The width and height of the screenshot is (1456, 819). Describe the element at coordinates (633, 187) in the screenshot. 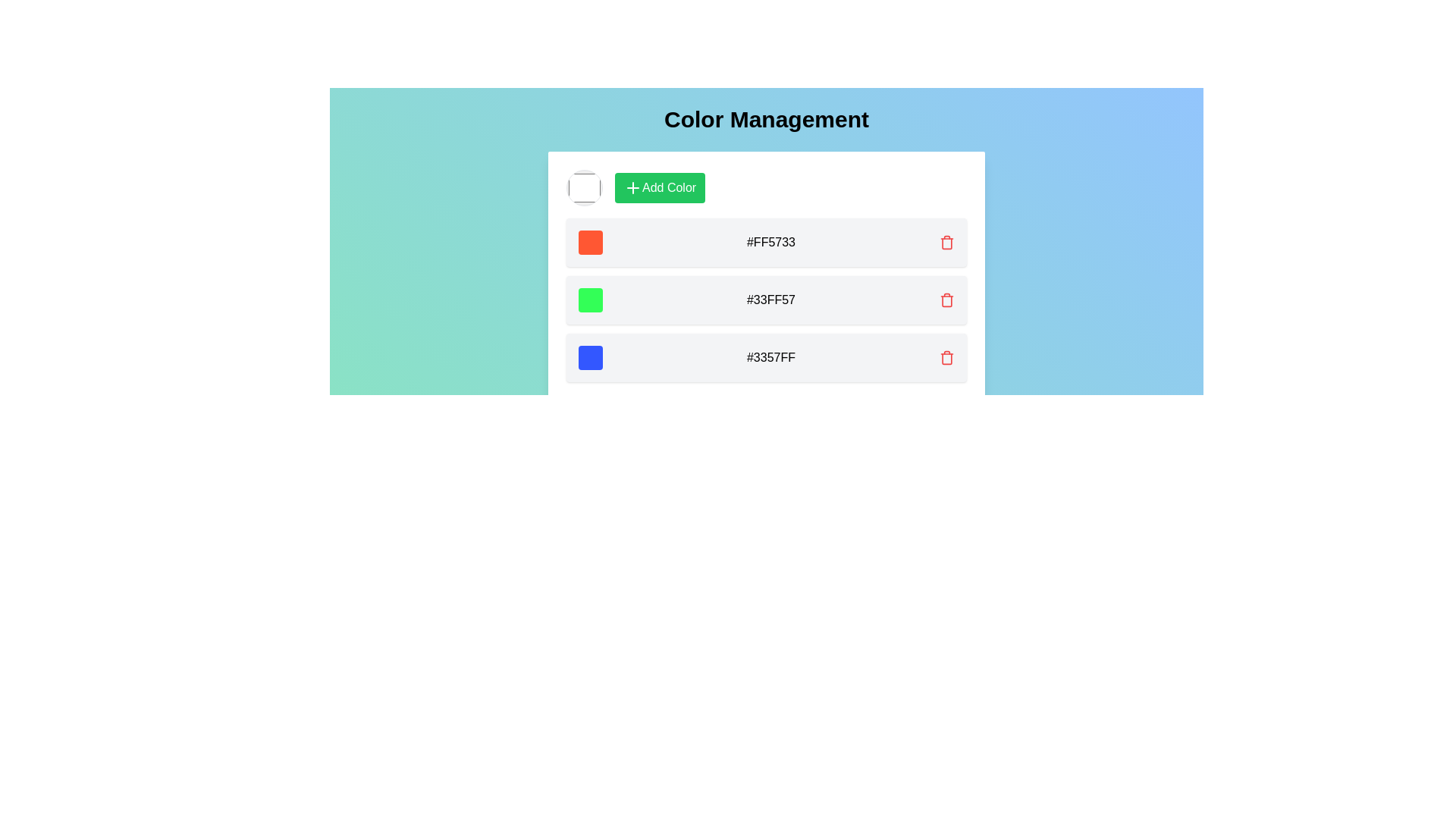

I see `the plus icon located at the left side of the green 'Add Color' button, which has a thin outline and intersecting lines, positioned below the 'Color Management' title` at that location.